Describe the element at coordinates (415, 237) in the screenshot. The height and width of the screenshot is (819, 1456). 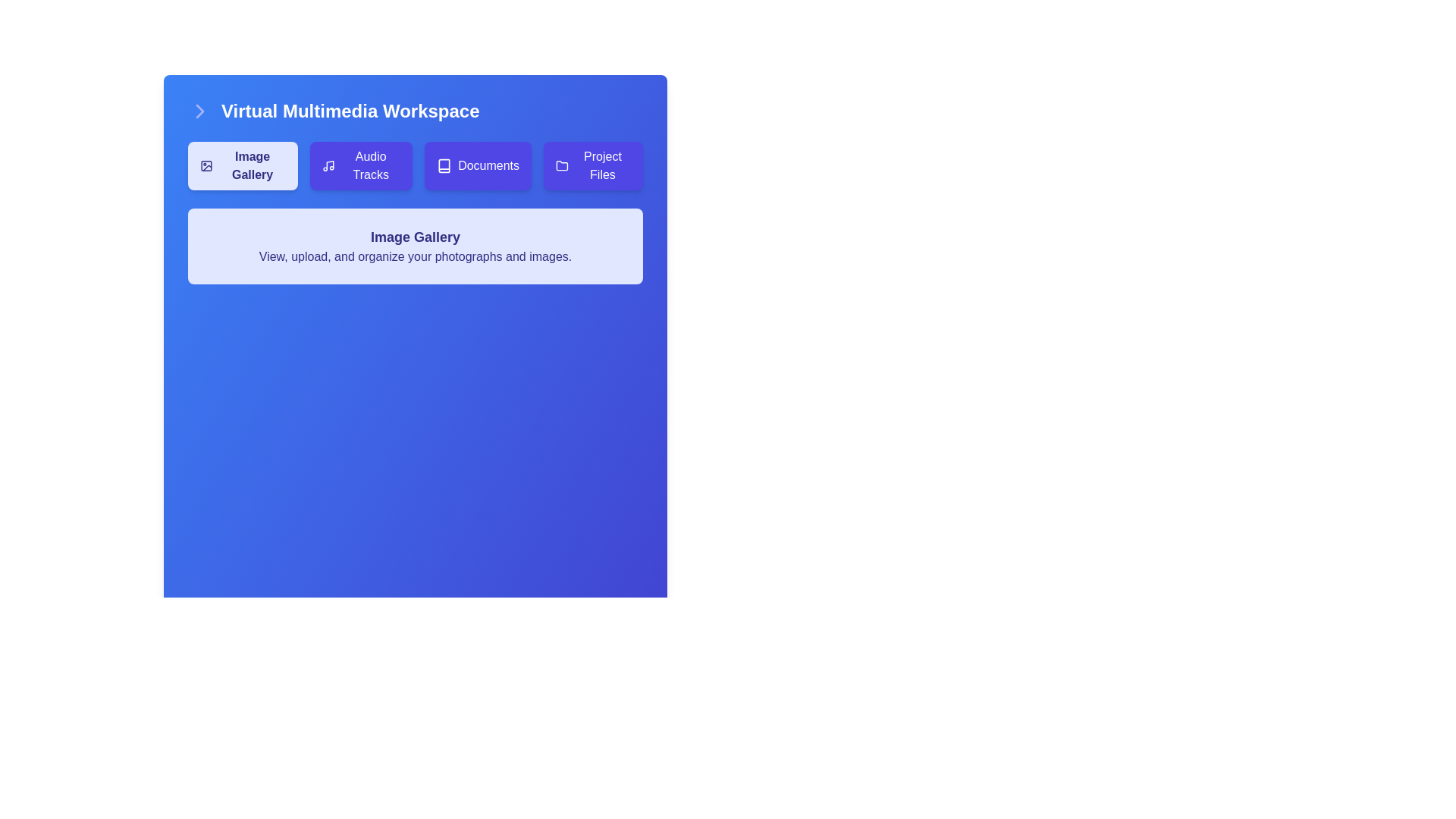
I see `the 'Image Gallery' label, which is a bold text label displayed above descriptive text in the central area of the interface` at that location.